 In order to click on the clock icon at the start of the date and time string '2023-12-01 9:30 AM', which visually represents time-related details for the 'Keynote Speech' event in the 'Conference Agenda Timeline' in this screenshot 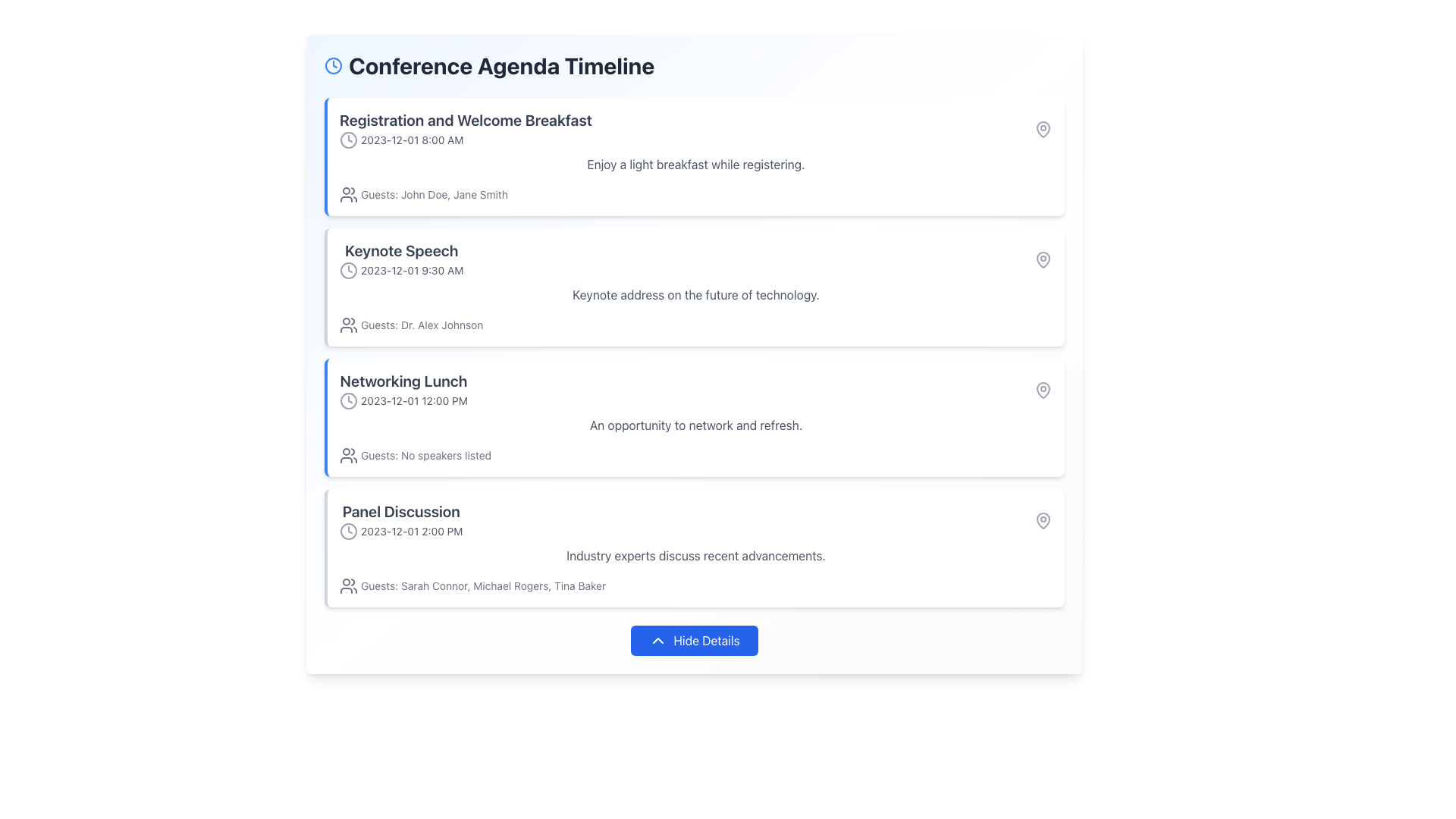, I will do `click(348, 270)`.